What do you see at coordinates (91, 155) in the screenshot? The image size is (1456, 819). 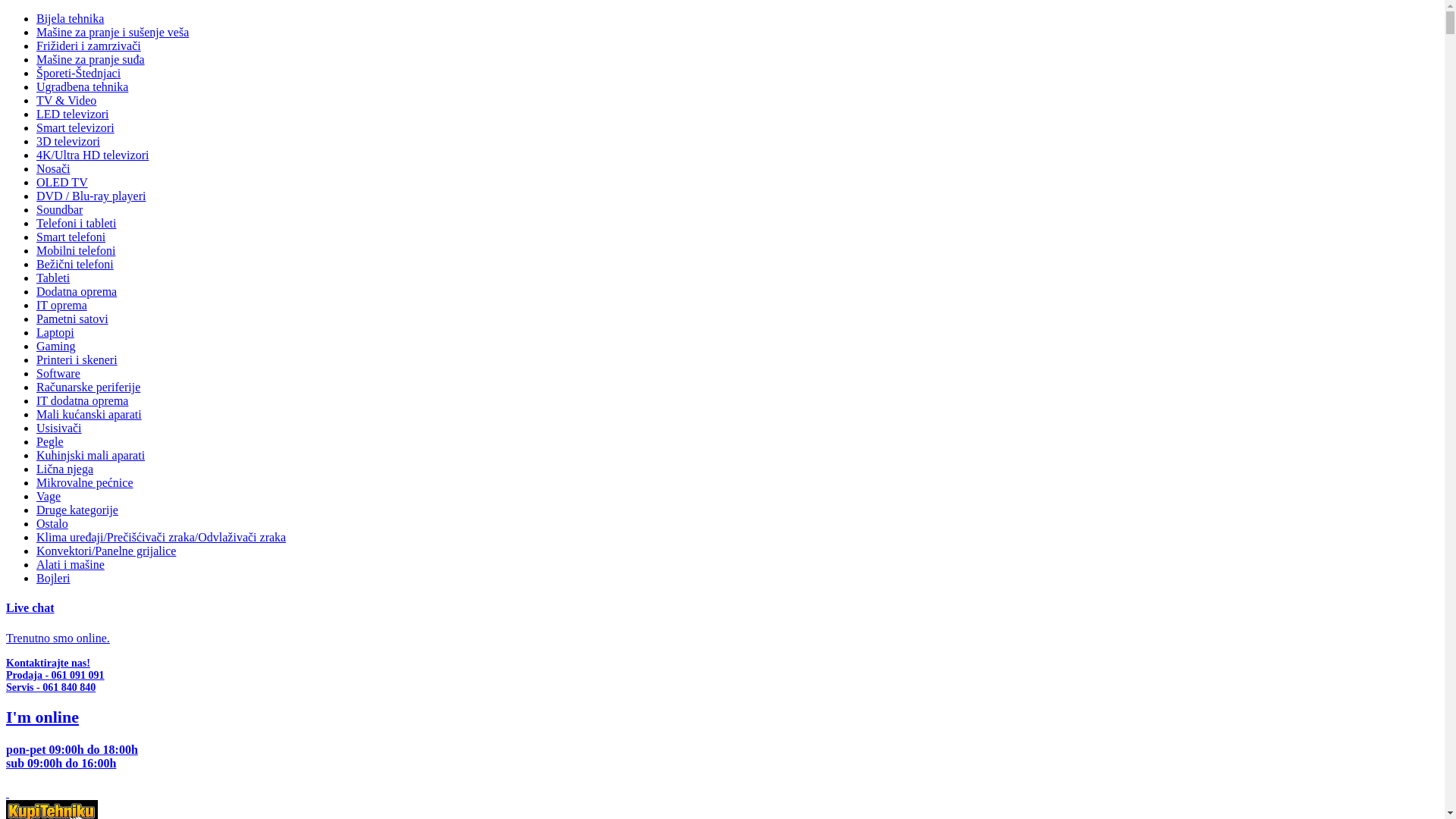 I see `'4K/Ultra HD televizori'` at bounding box center [91, 155].